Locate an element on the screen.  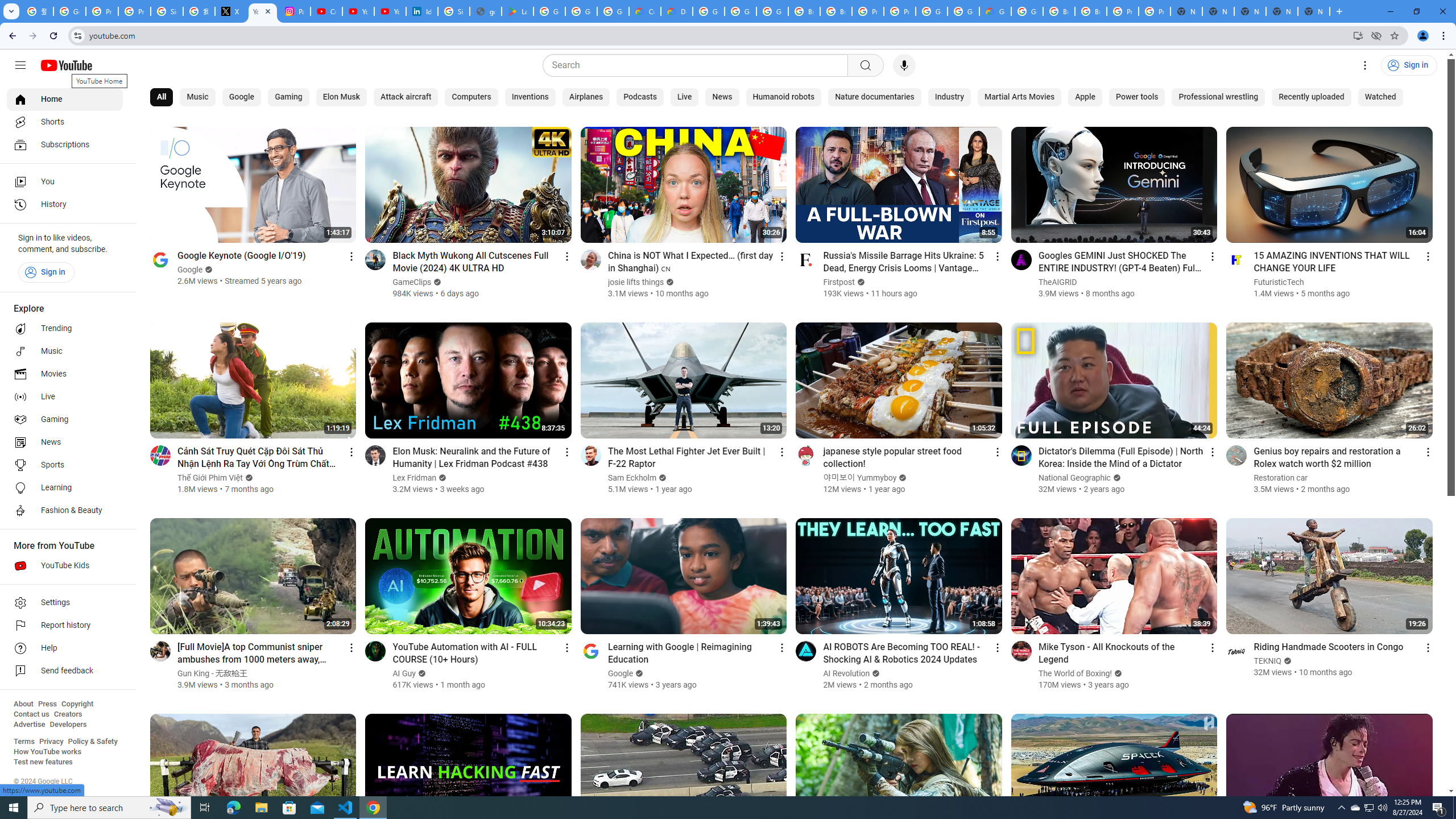
'Airplanes' is located at coordinates (586, 97).